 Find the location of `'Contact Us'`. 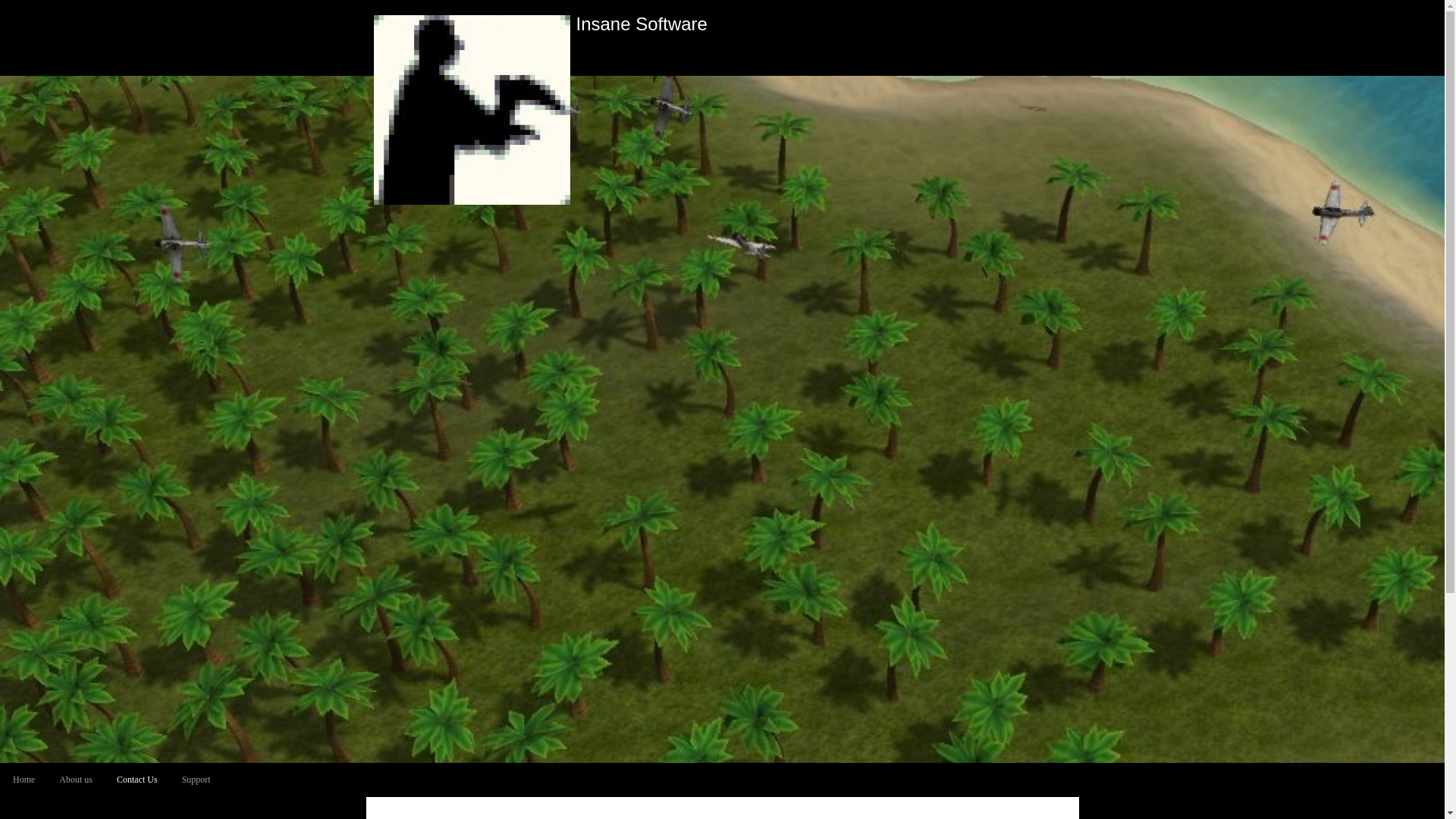

'Contact Us' is located at coordinates (137, 780).